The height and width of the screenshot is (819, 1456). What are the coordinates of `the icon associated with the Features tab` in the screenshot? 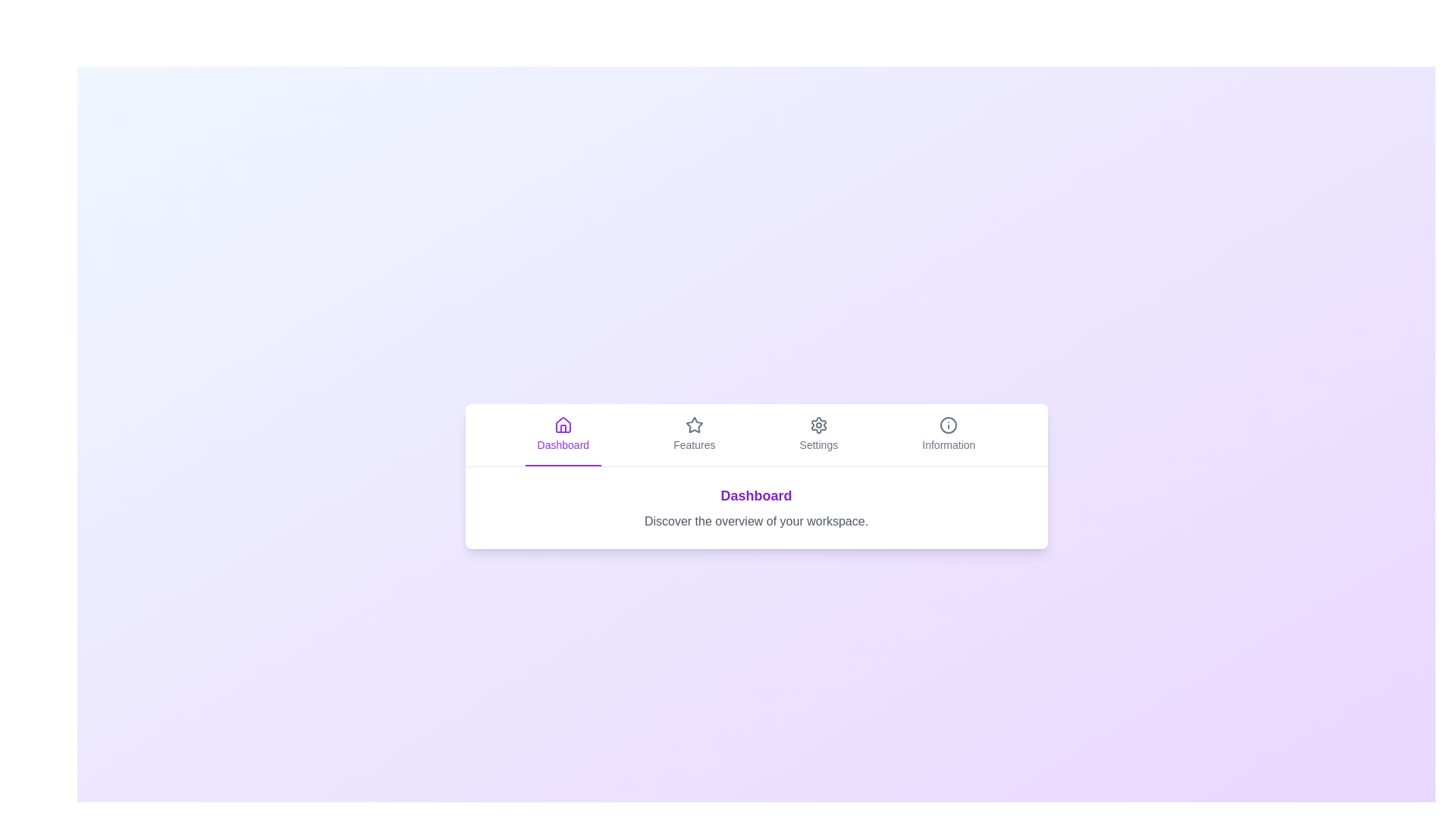 It's located at (693, 425).